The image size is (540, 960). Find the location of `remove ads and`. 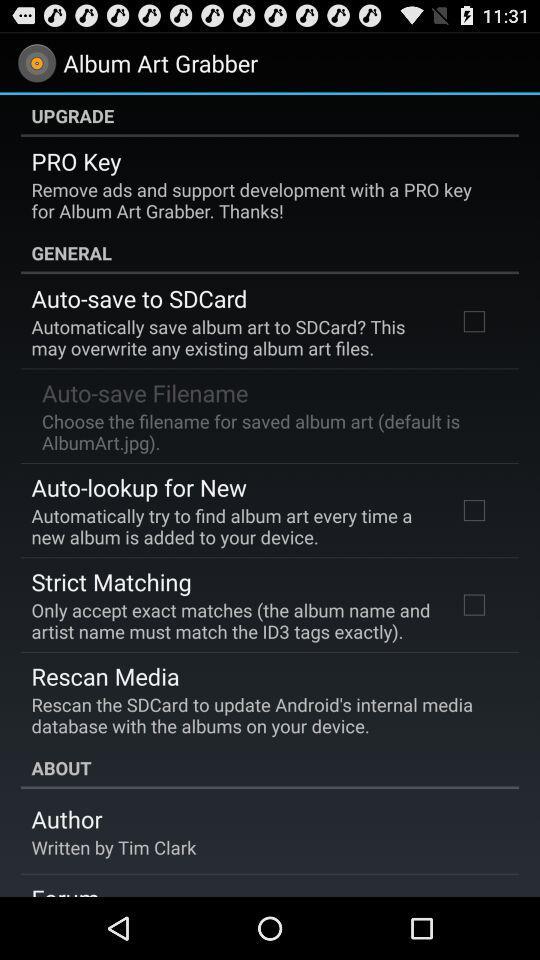

remove ads and is located at coordinates (263, 200).